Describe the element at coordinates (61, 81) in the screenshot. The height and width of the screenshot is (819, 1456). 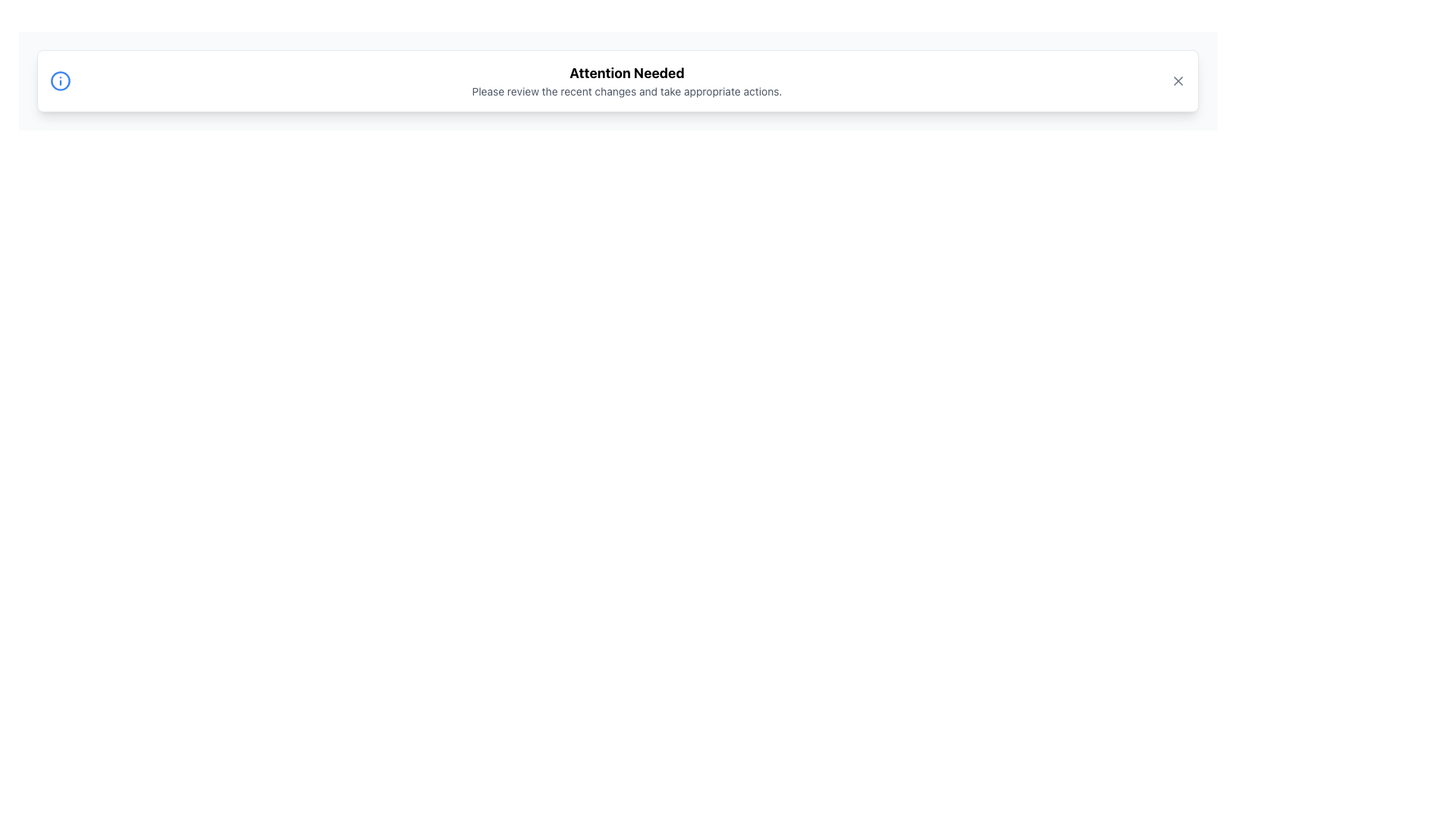
I see `the information or notification icon located within the notification box on the left side, which is the first component adjacent to the text content` at that location.